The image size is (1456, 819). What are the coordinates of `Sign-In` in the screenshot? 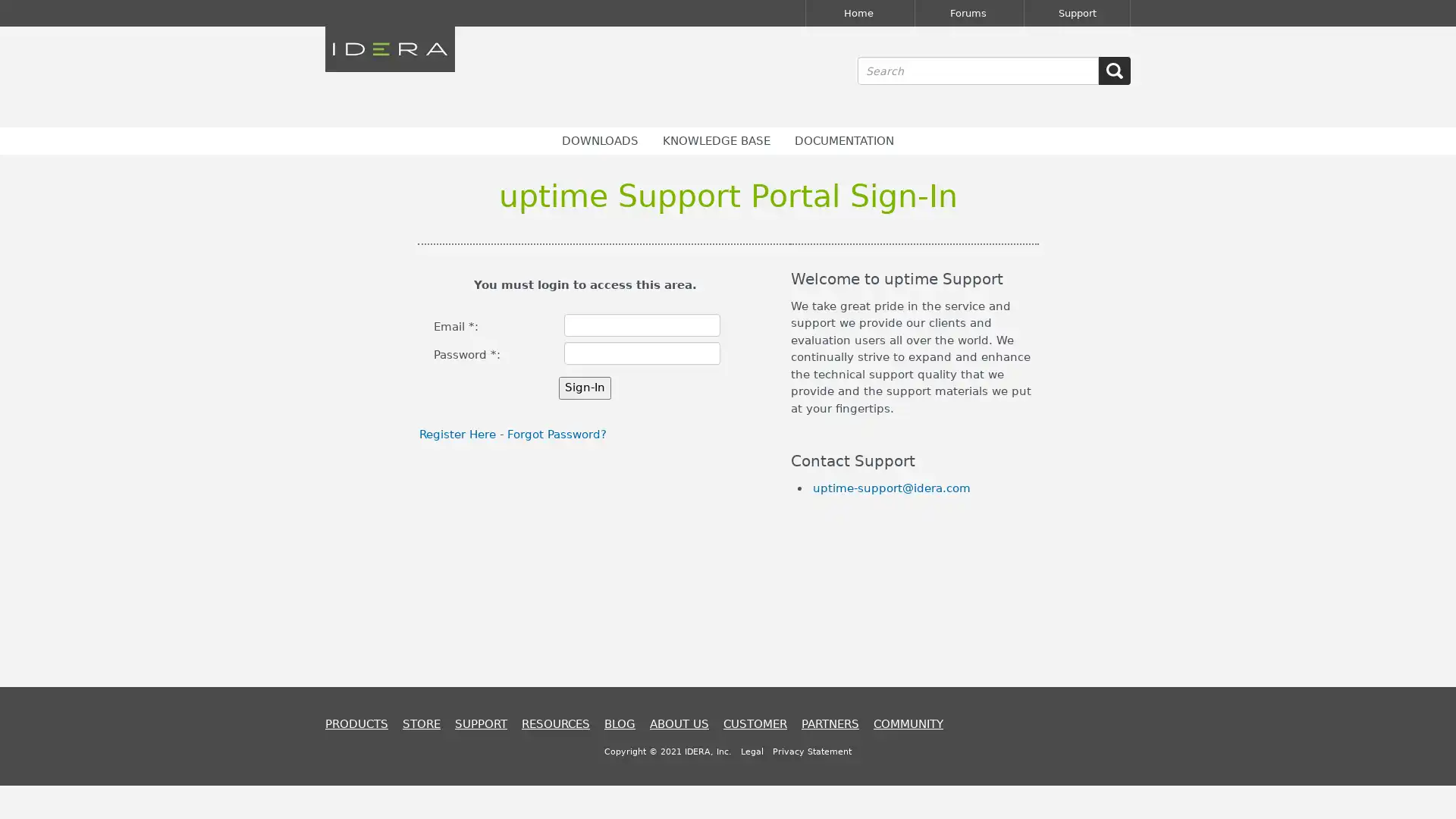 It's located at (584, 386).